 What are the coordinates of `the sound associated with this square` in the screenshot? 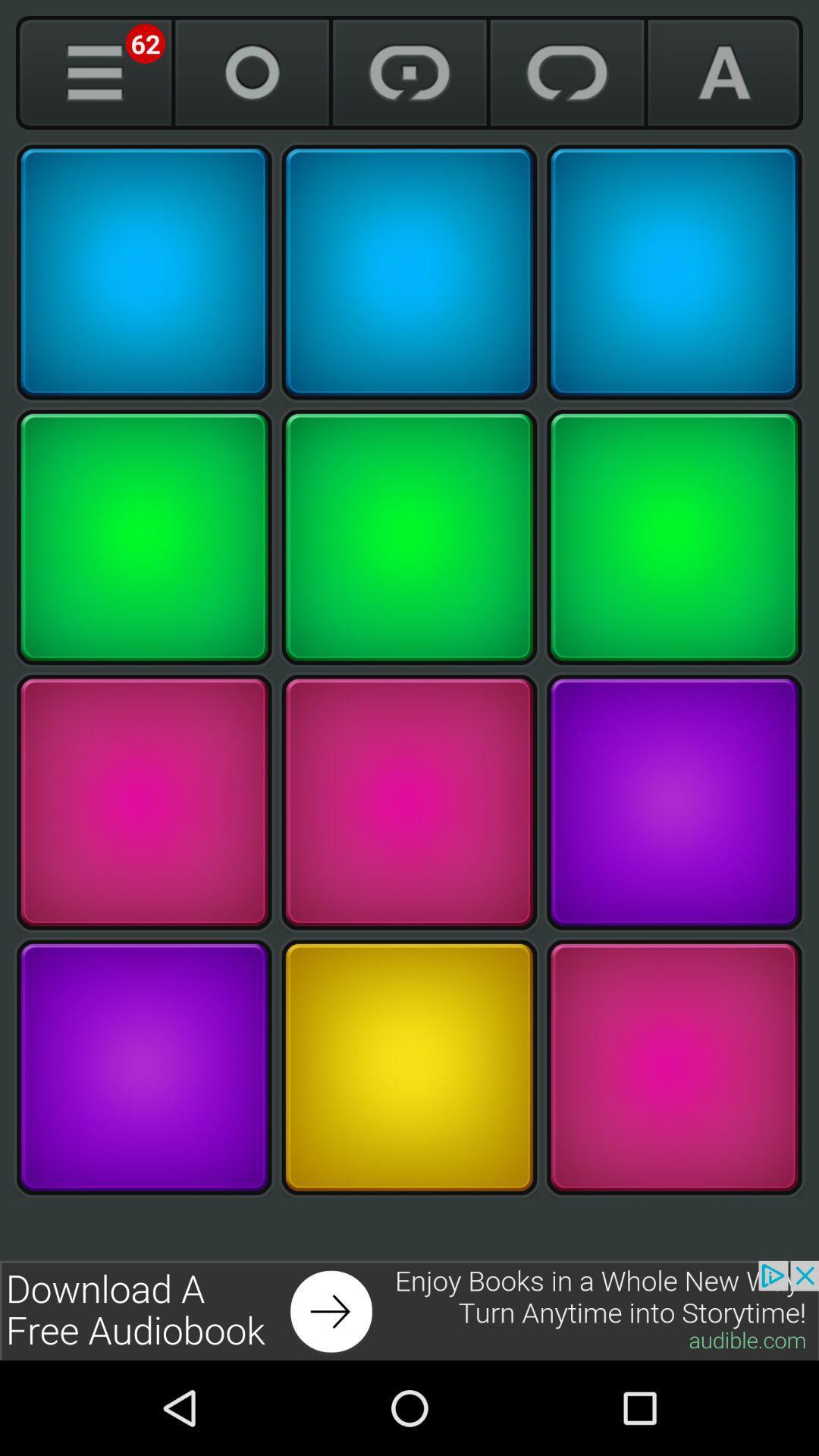 It's located at (409, 272).